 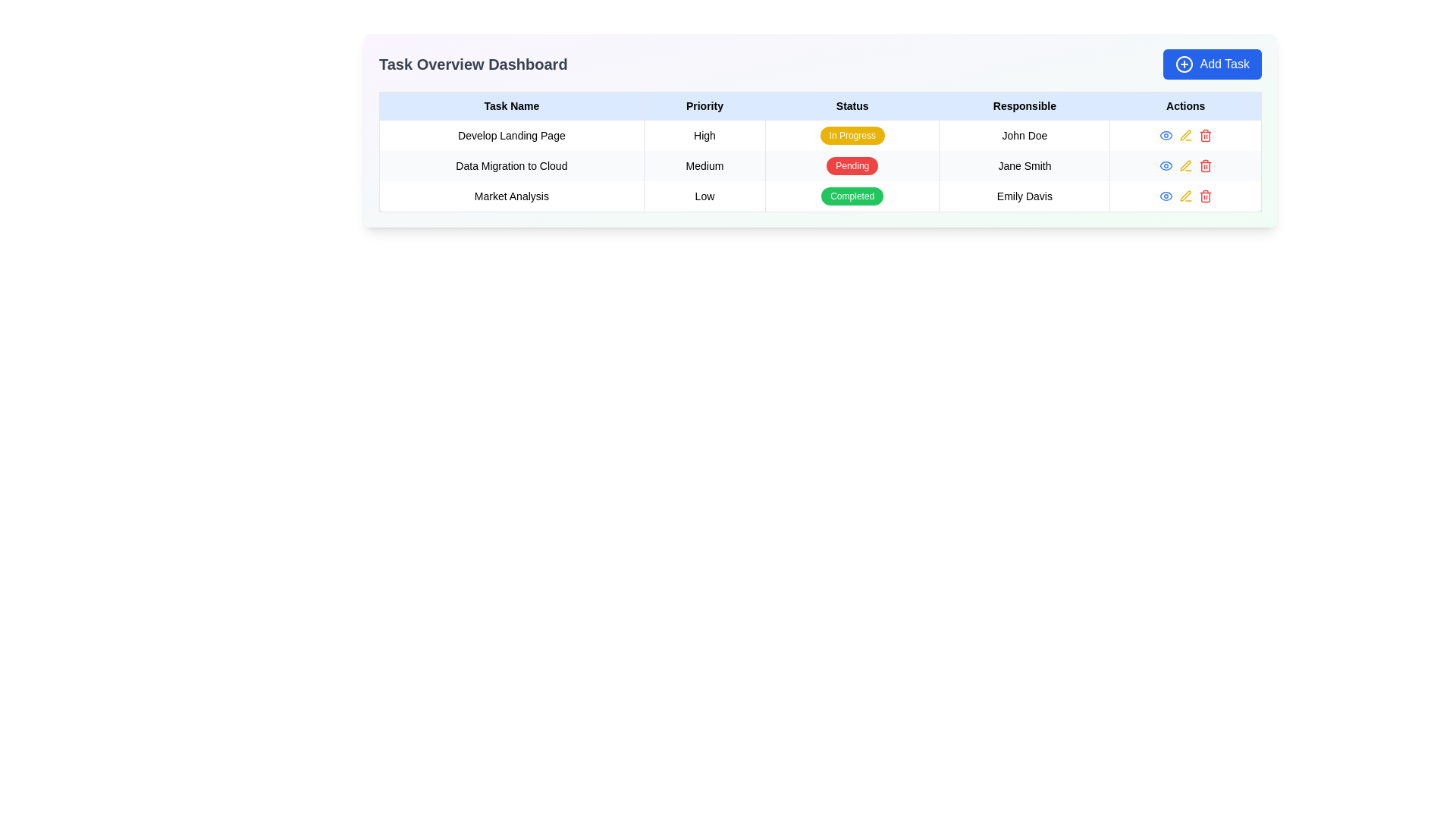 What do you see at coordinates (1204, 134) in the screenshot?
I see `the delete button, which is the third action icon in the action list of the third task row` at bounding box center [1204, 134].